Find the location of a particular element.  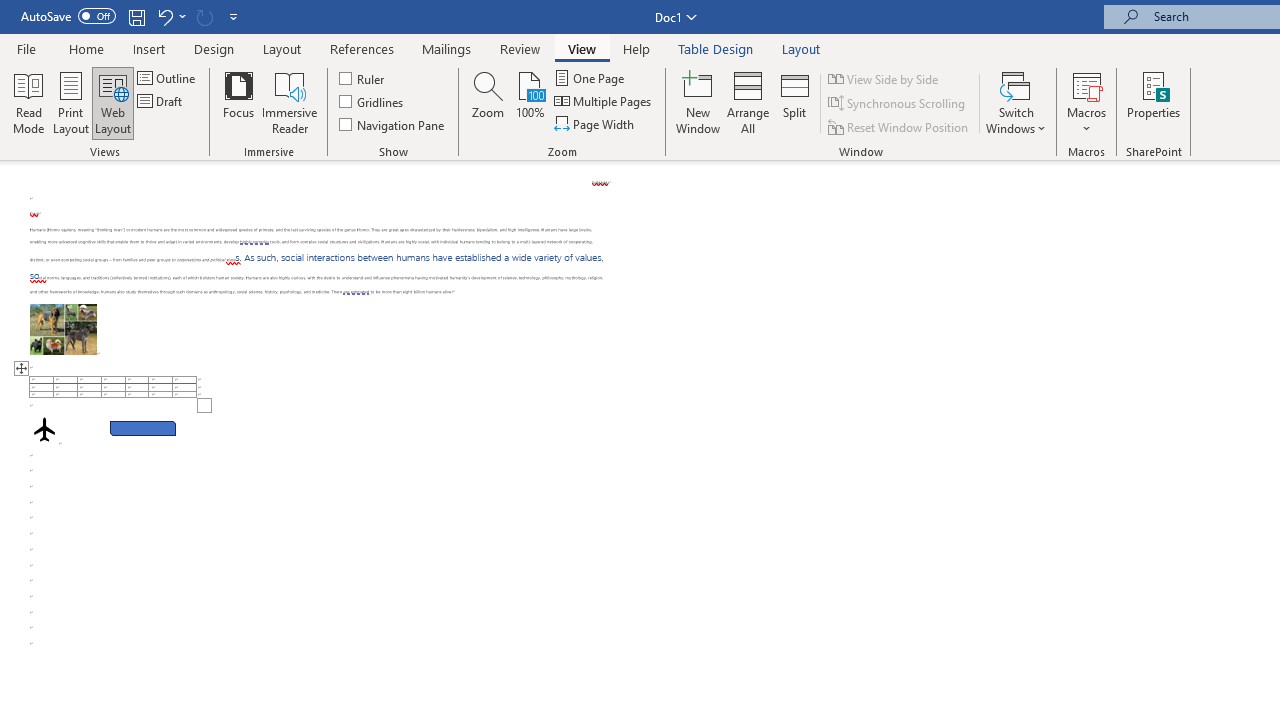

'Can' is located at coordinates (204, 16).